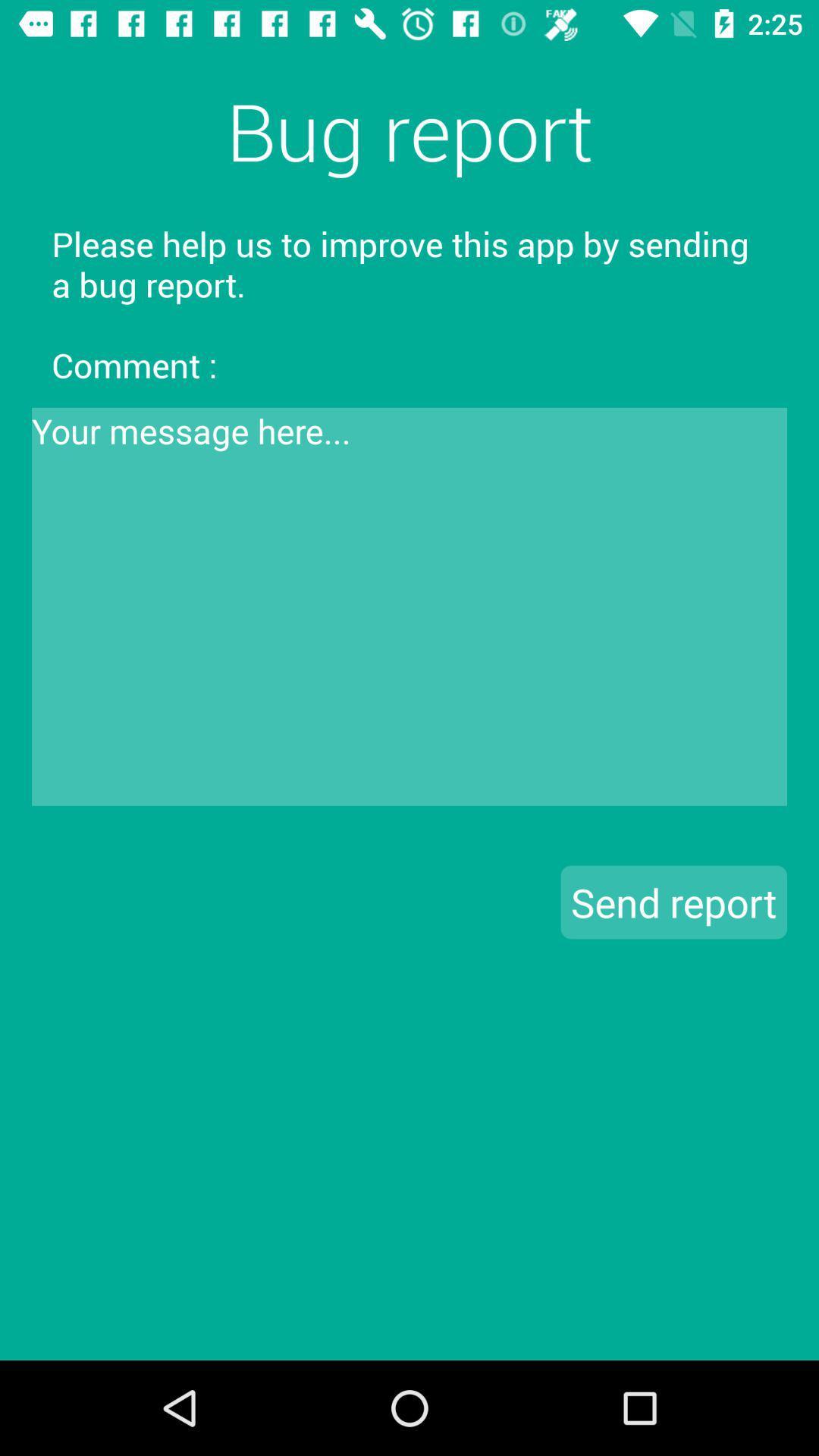  I want to click on the send report button, so click(673, 902).